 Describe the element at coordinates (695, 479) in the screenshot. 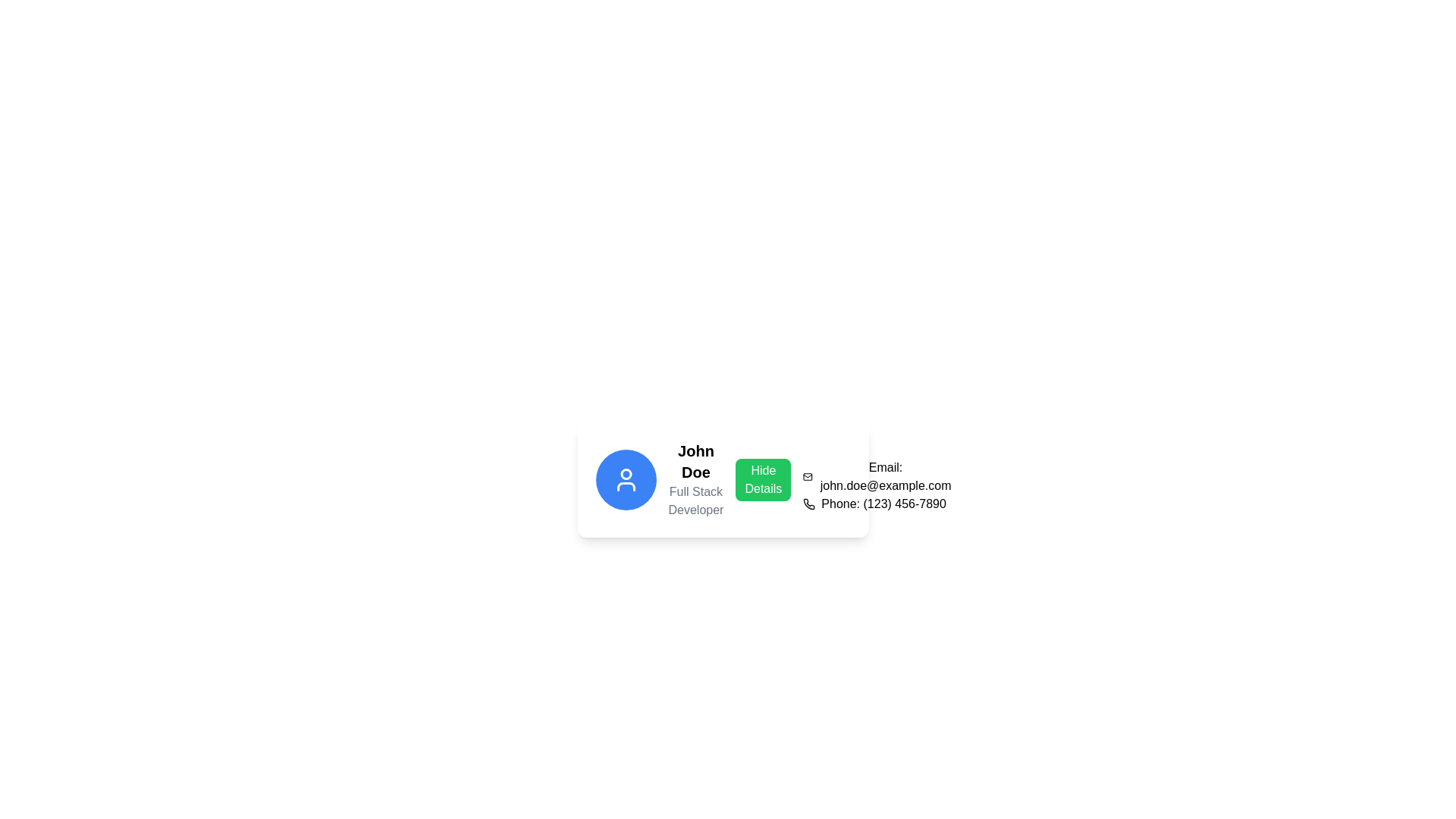

I see `the Text label displaying the name and job title of an individual, located to the right of a blue circular icon and slightly left of a green button labeled 'Hide Details'` at that location.